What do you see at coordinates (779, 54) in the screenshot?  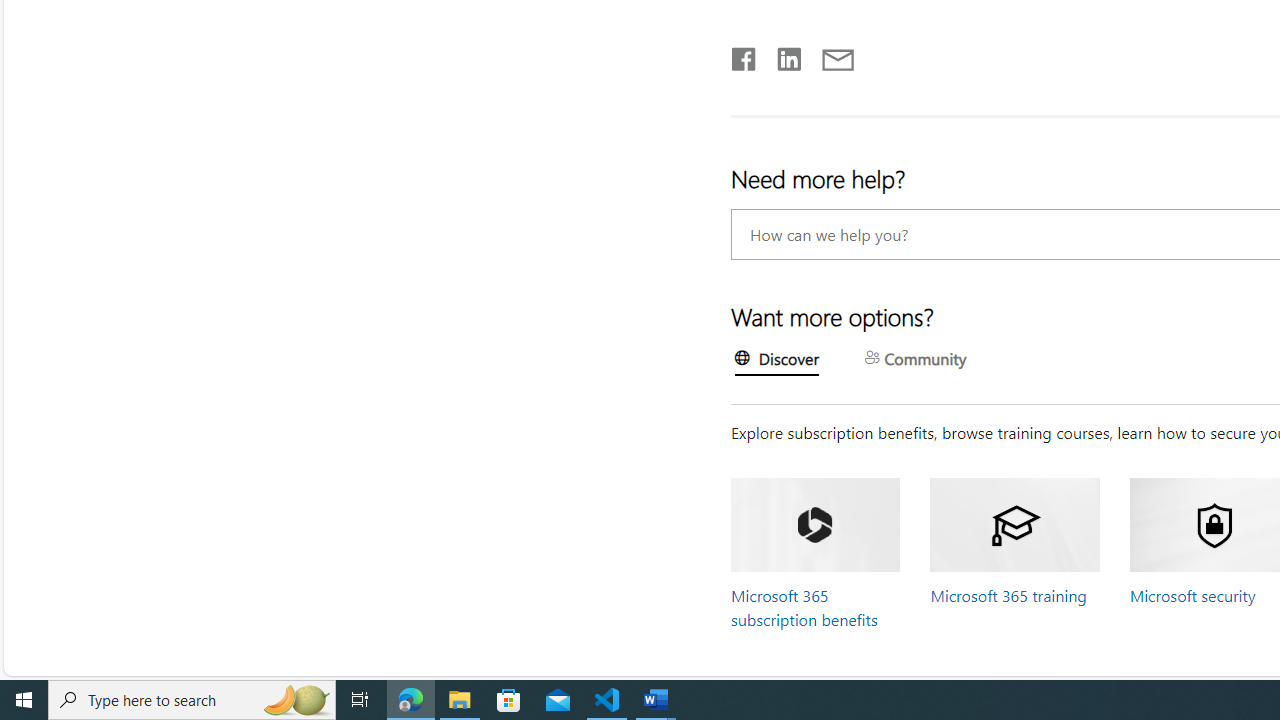 I see `'Share on LinkedIn'` at bounding box center [779, 54].